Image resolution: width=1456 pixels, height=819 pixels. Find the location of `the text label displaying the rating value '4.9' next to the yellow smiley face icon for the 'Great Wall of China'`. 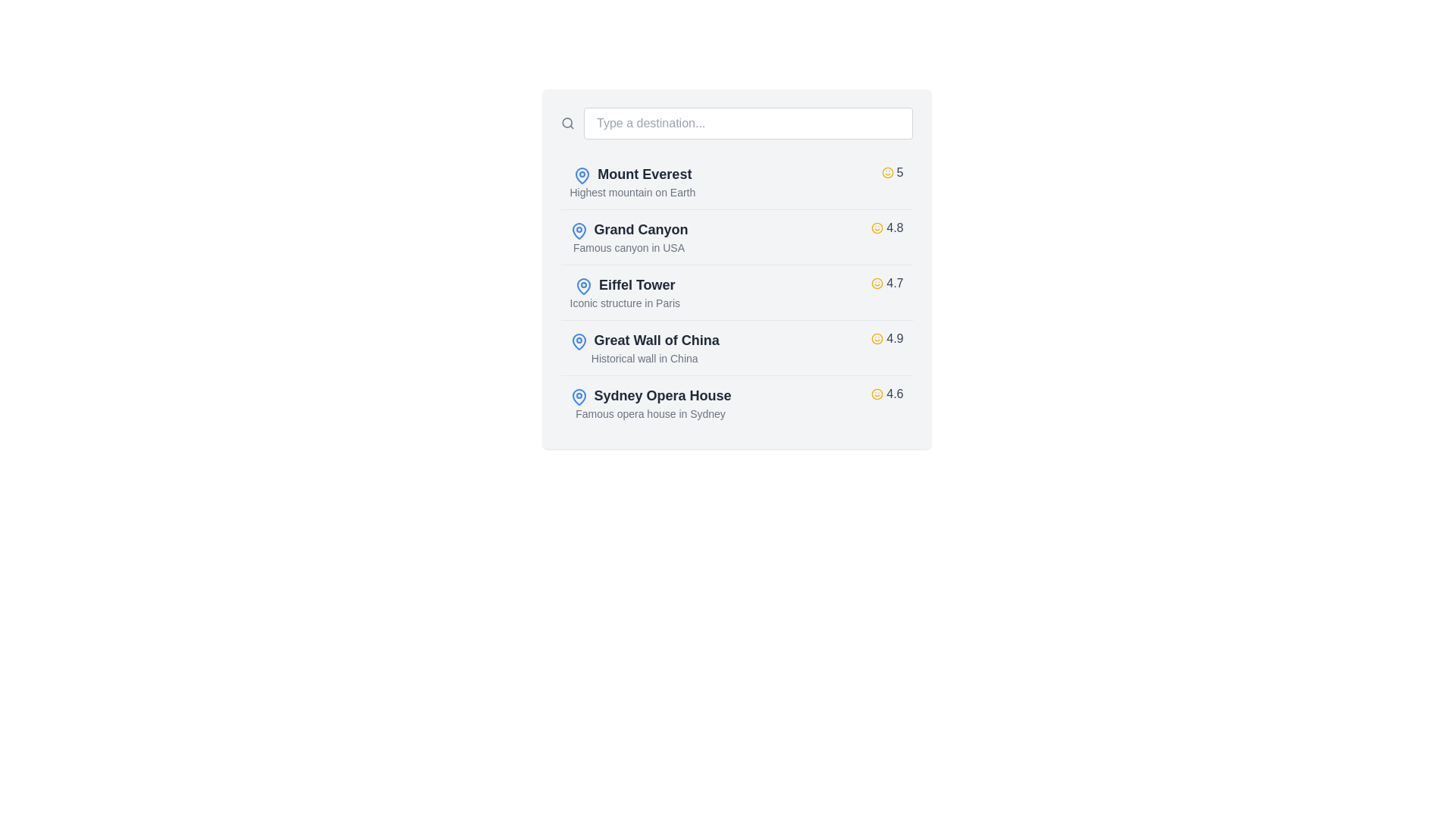

the text label displaying the rating value '4.9' next to the yellow smiley face icon for the 'Great Wall of China' is located at coordinates (895, 338).